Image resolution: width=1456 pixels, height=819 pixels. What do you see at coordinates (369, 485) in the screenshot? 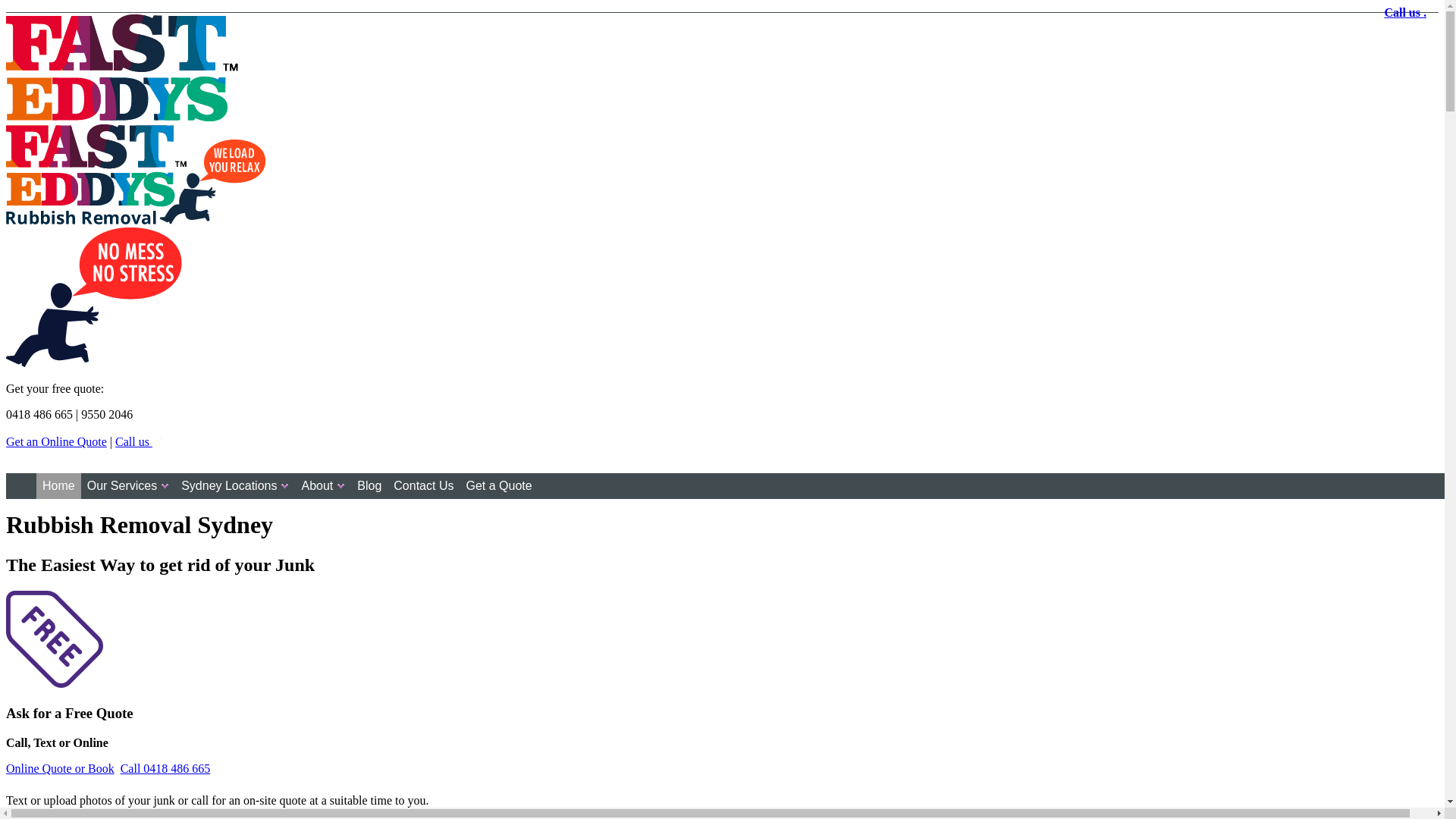
I see `'Blog'` at bounding box center [369, 485].